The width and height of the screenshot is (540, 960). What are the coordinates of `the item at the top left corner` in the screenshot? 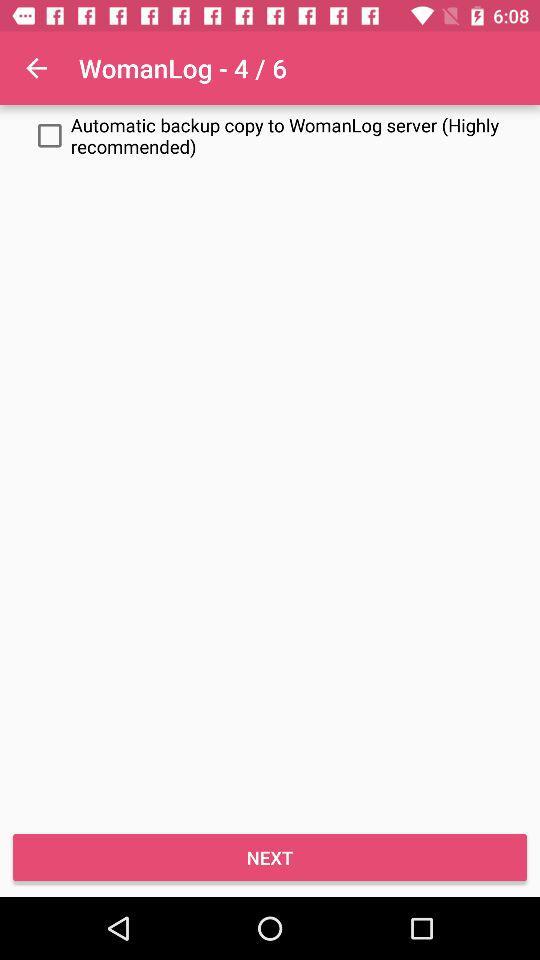 It's located at (36, 68).